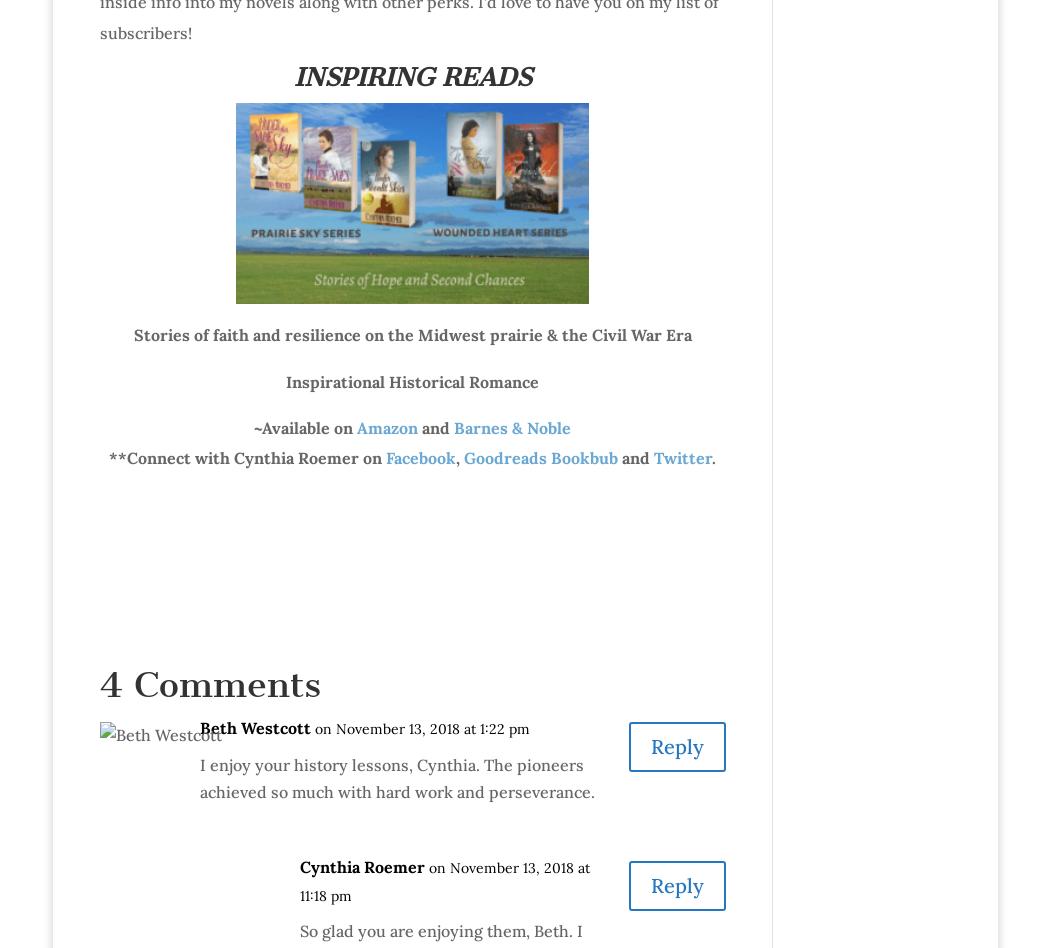 The image size is (1050, 948). I want to click on '4 Comments', so click(208, 682).